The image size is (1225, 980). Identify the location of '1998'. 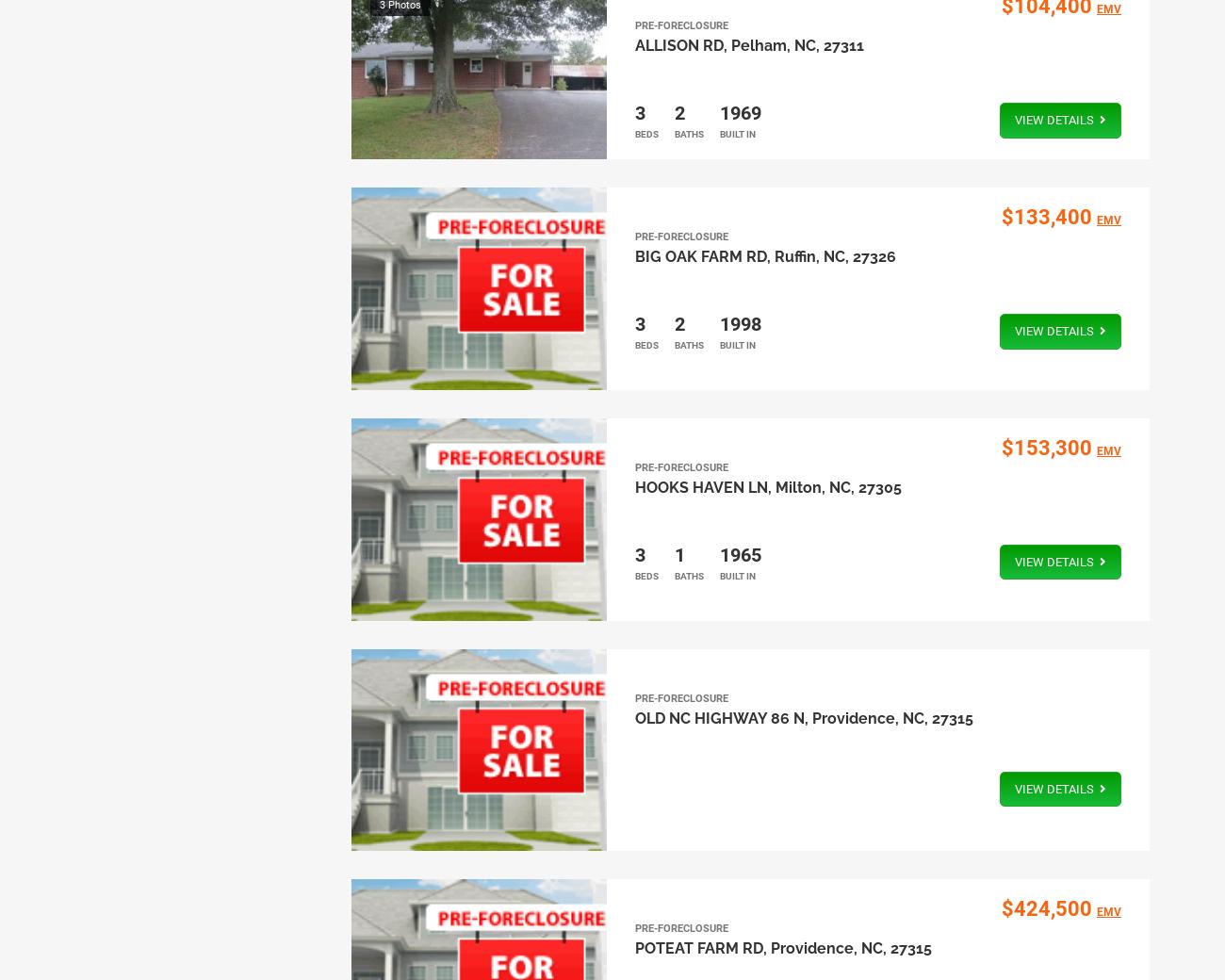
(738, 323).